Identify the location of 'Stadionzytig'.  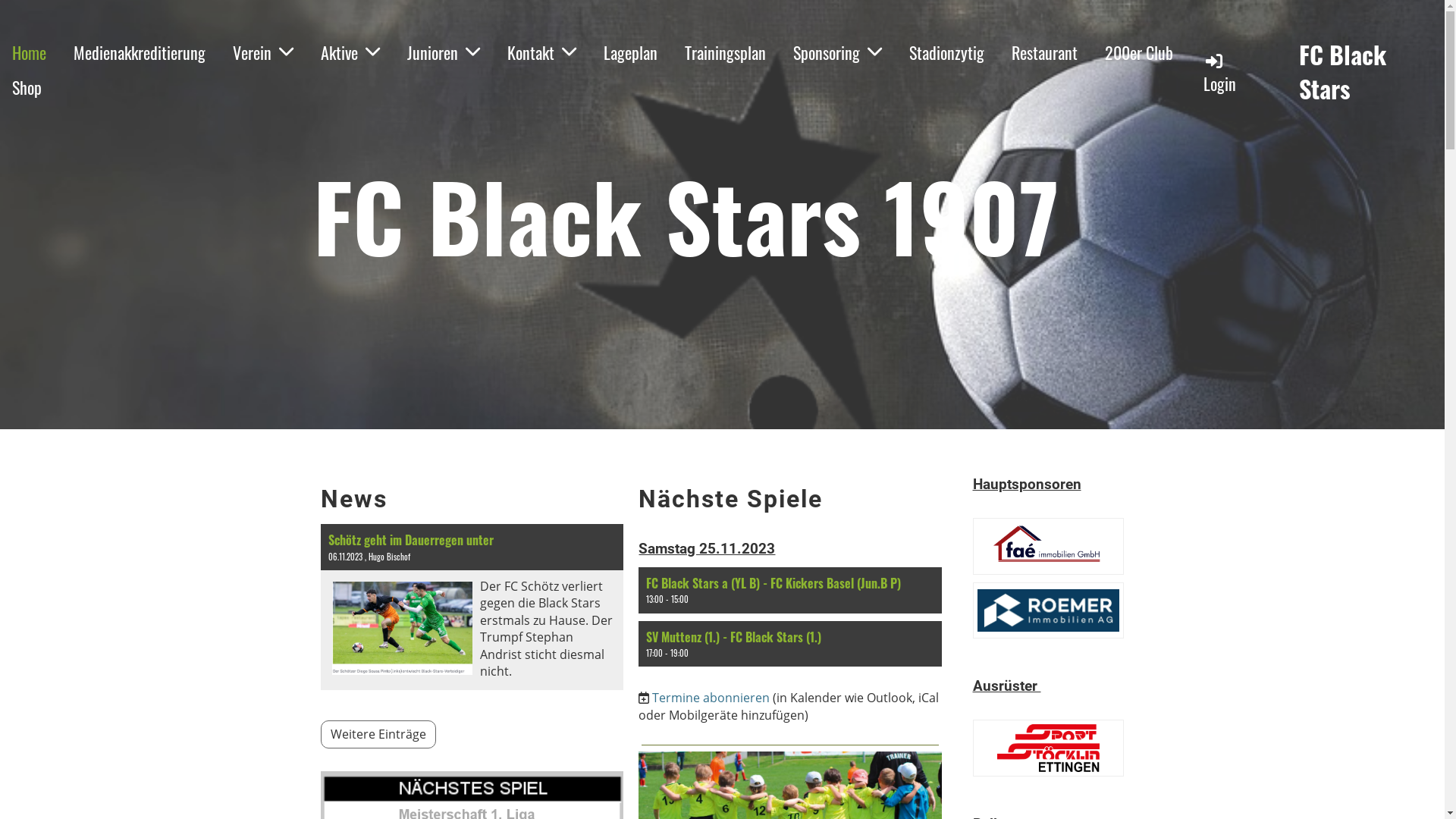
(946, 52).